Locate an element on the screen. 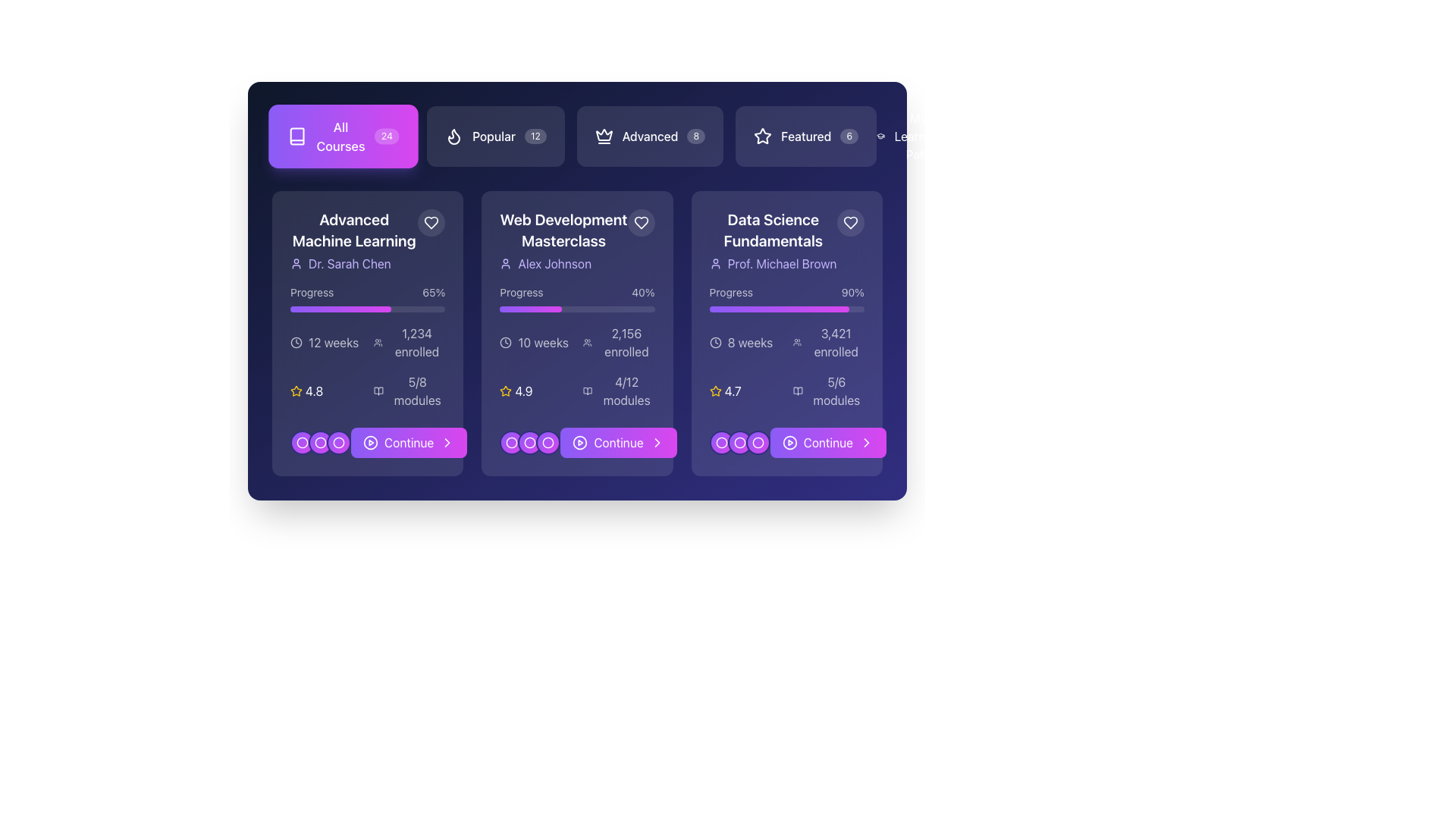  the circular icon that visually represents a clock or timer, located in the leftmost card under the 'Advanced Machine Learning' category, next to the text '12 weeks' is located at coordinates (296, 342).